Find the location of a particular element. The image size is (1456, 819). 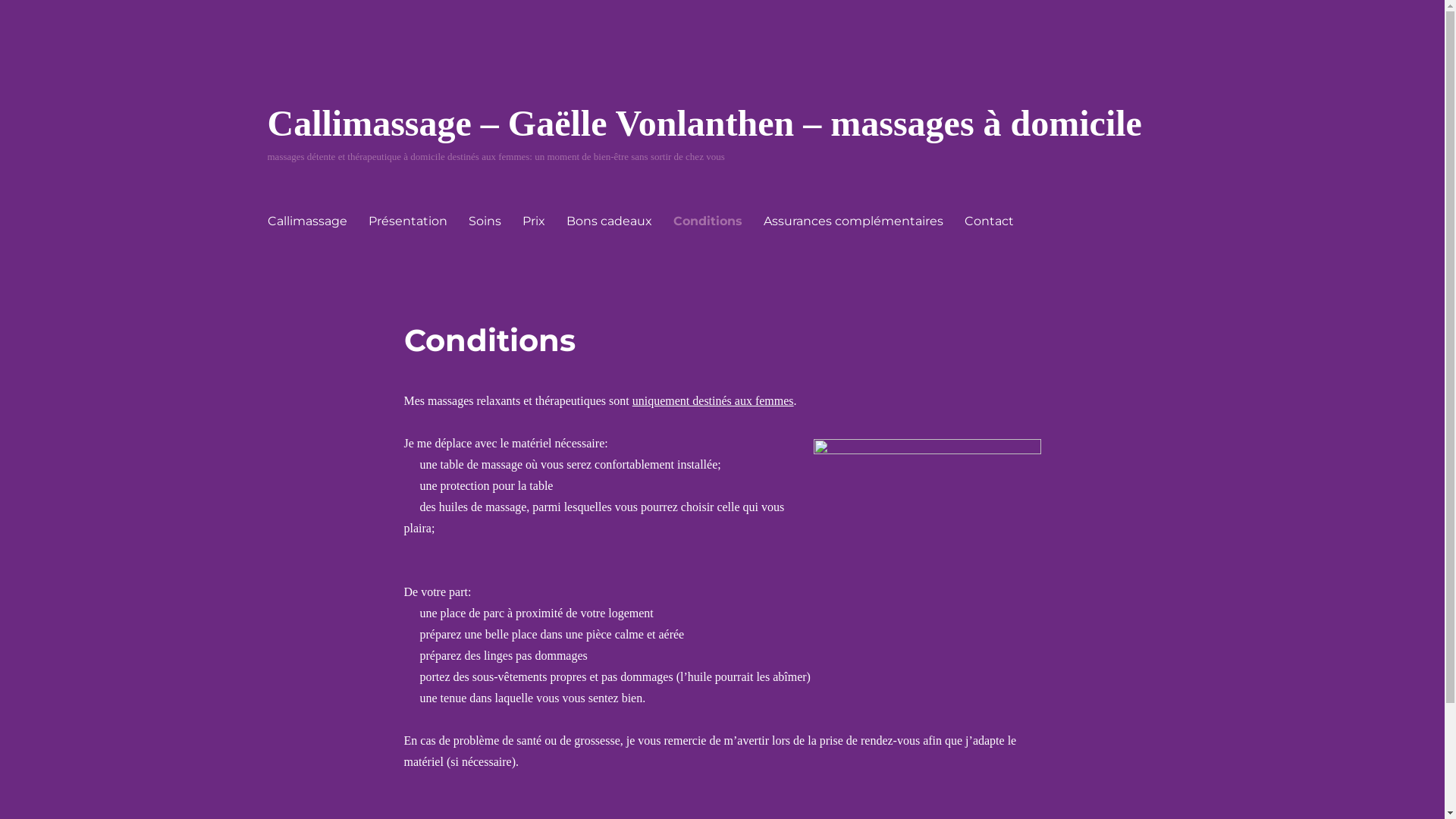

'Prix' is located at coordinates (532, 220).